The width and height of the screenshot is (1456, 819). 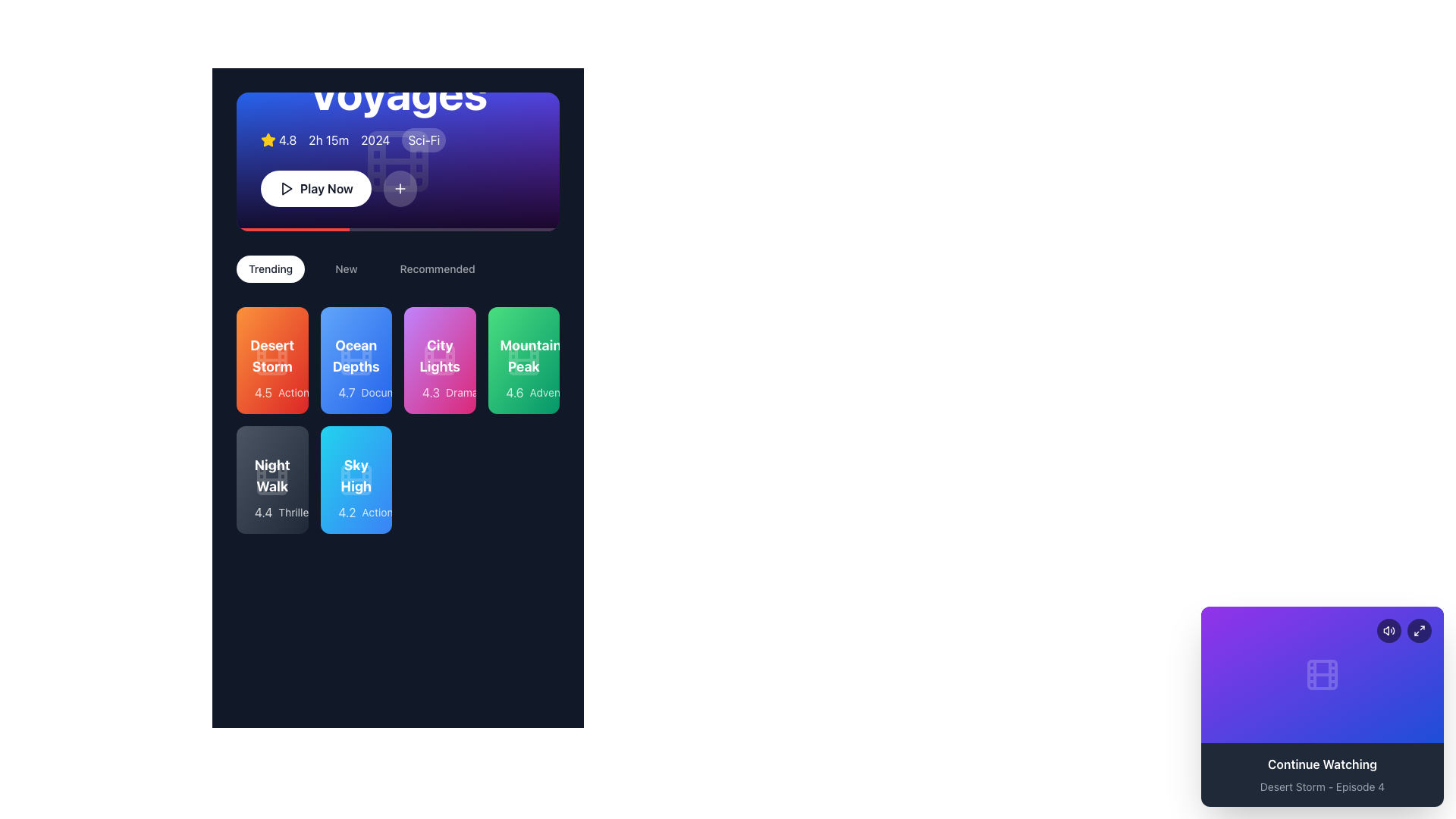 What do you see at coordinates (523, 392) in the screenshot?
I see `the Composite text with an icon (rating and genre indicator) located within the green card labeled 'Mountain Peak', positioned directly beneath the title 'Mountain Peak'` at bounding box center [523, 392].